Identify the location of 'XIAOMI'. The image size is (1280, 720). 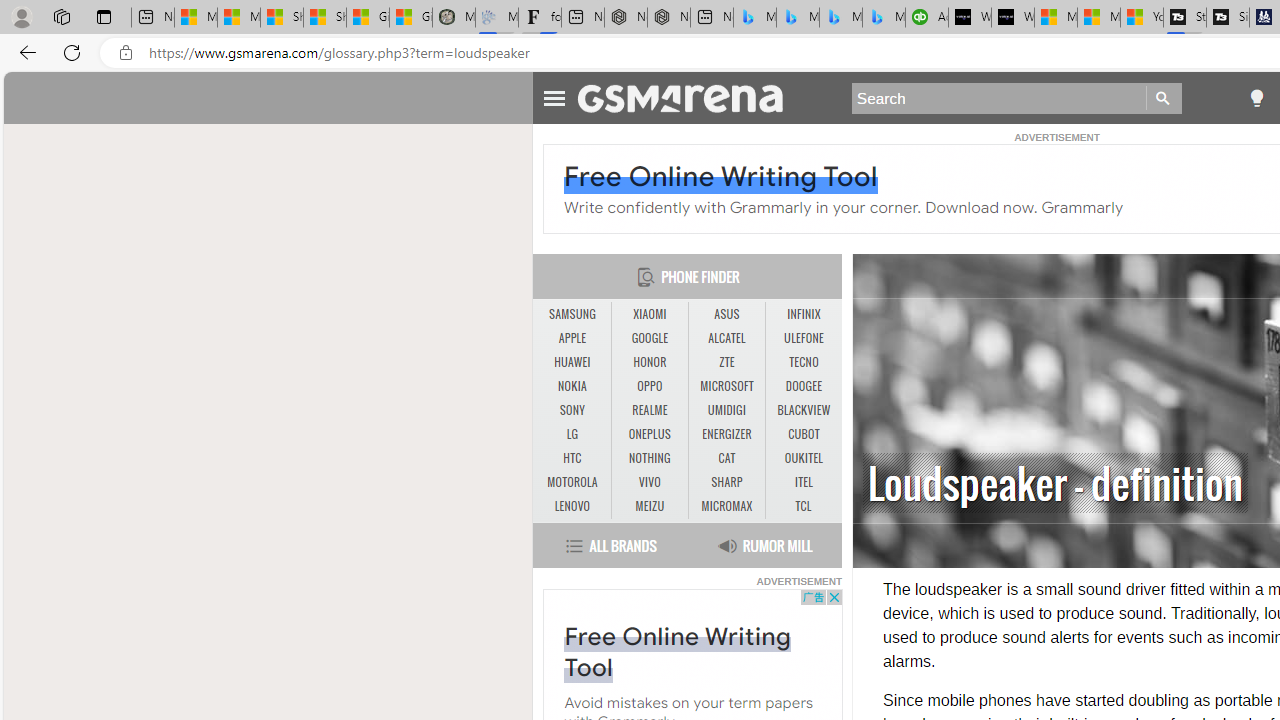
(650, 315).